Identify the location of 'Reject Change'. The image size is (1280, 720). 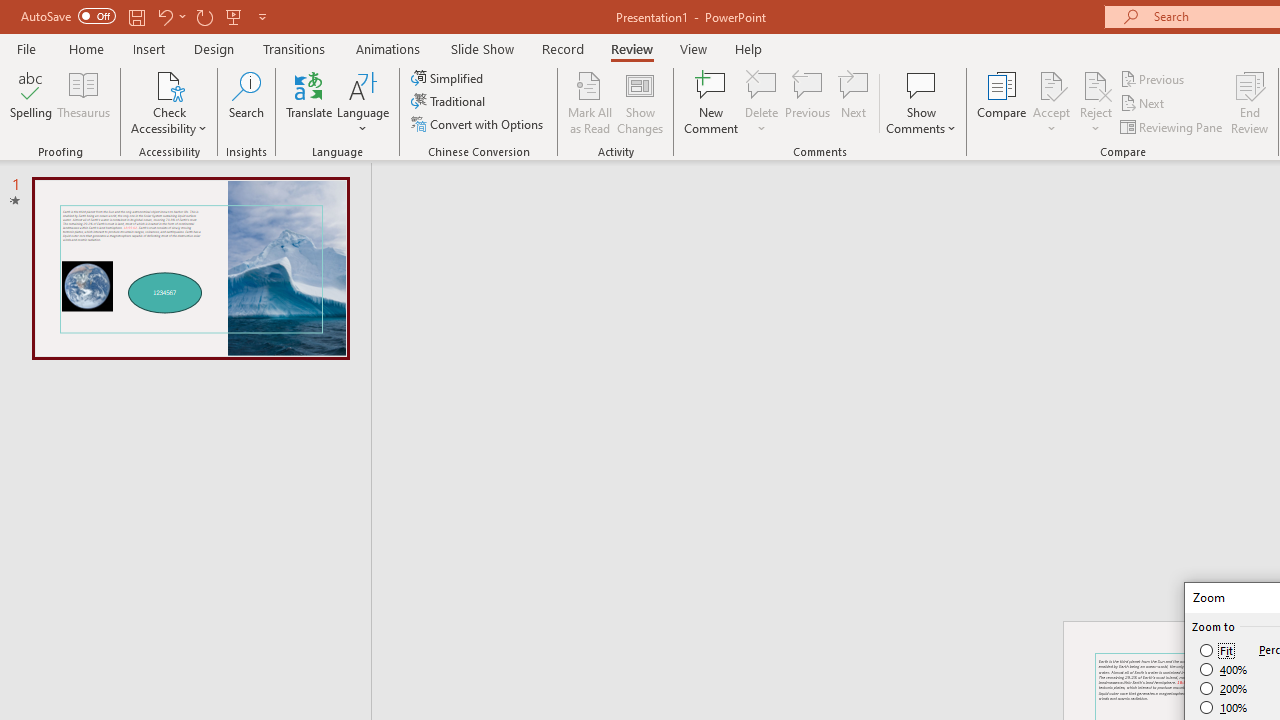
(1095, 84).